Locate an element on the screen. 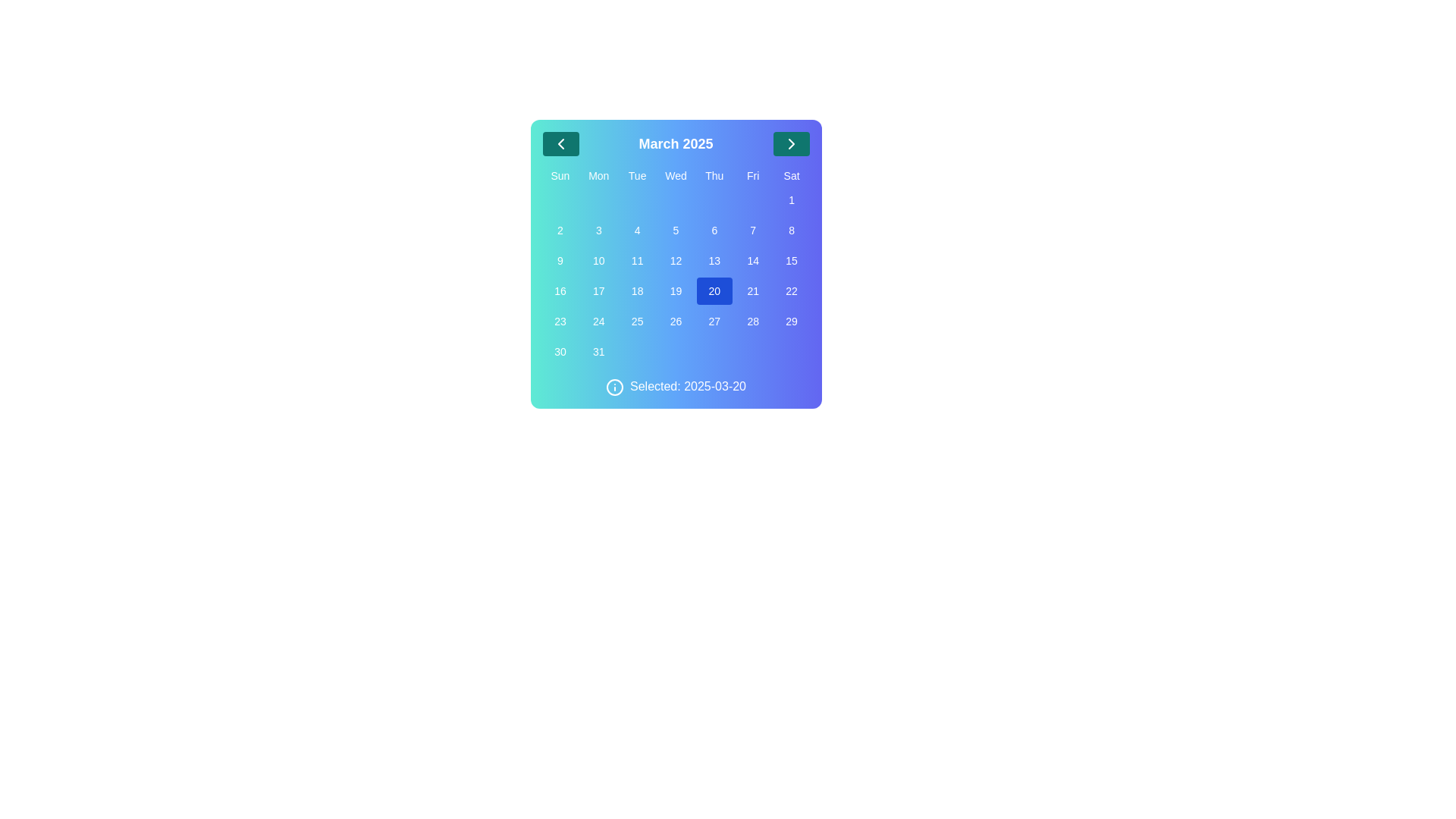  the clickable calendar date button displaying the number '23' located in the last column and fifth row of the calendar grid is located at coordinates (560, 321).